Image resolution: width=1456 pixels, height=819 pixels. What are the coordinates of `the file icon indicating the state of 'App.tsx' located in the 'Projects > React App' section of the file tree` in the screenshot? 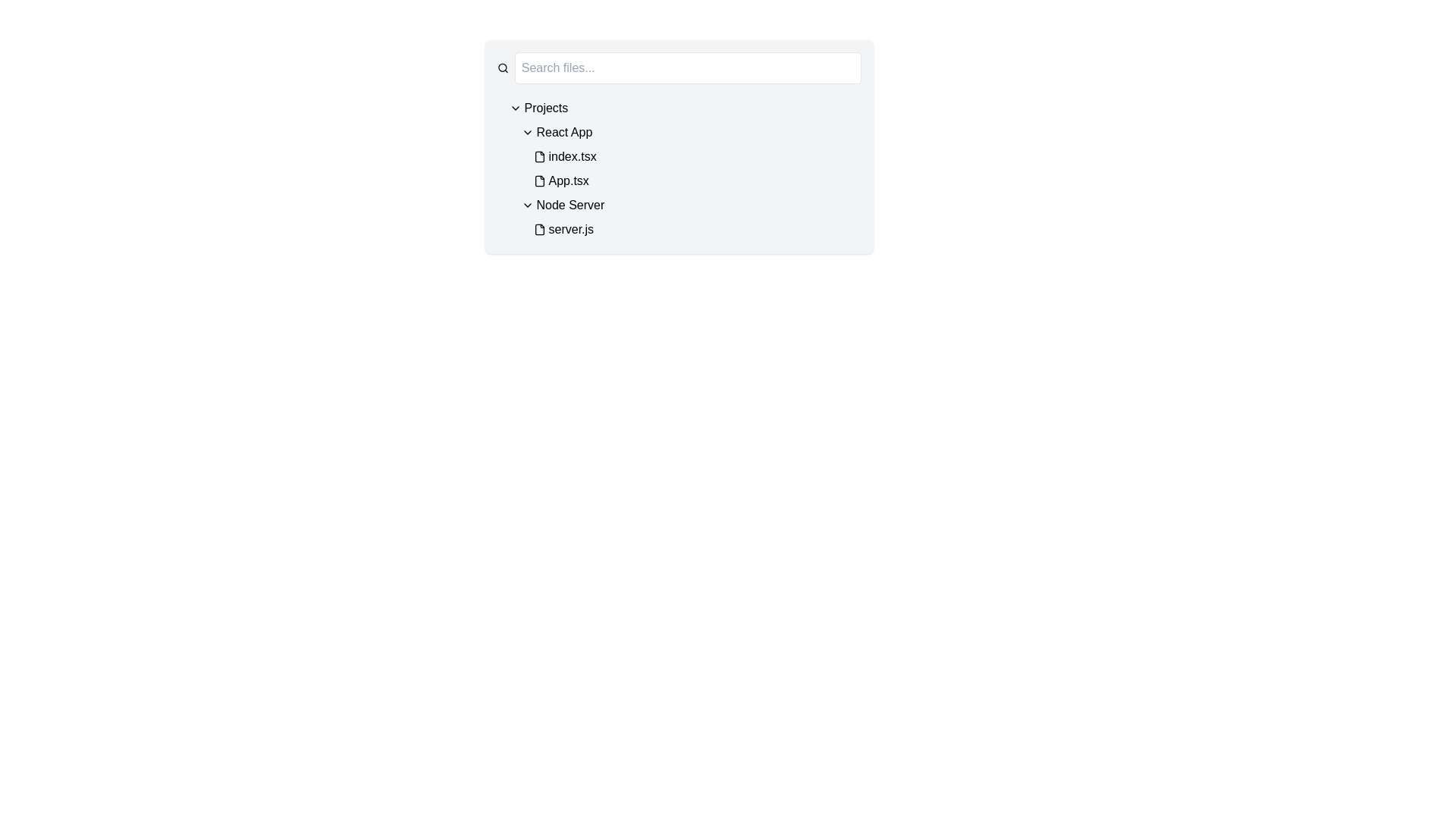 It's located at (539, 180).